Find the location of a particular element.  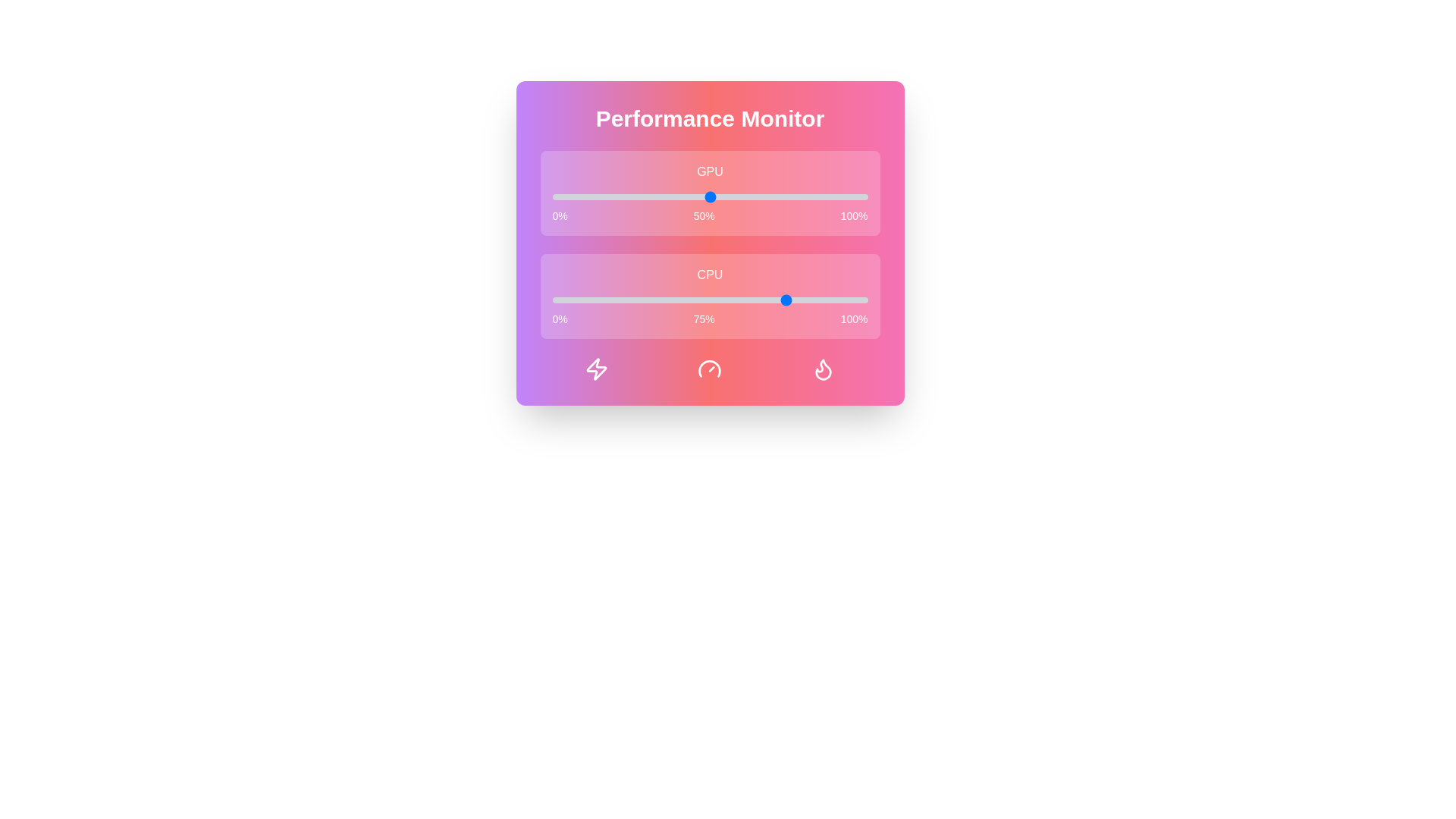

the GPU performance slider to 13% is located at coordinates (592, 196).